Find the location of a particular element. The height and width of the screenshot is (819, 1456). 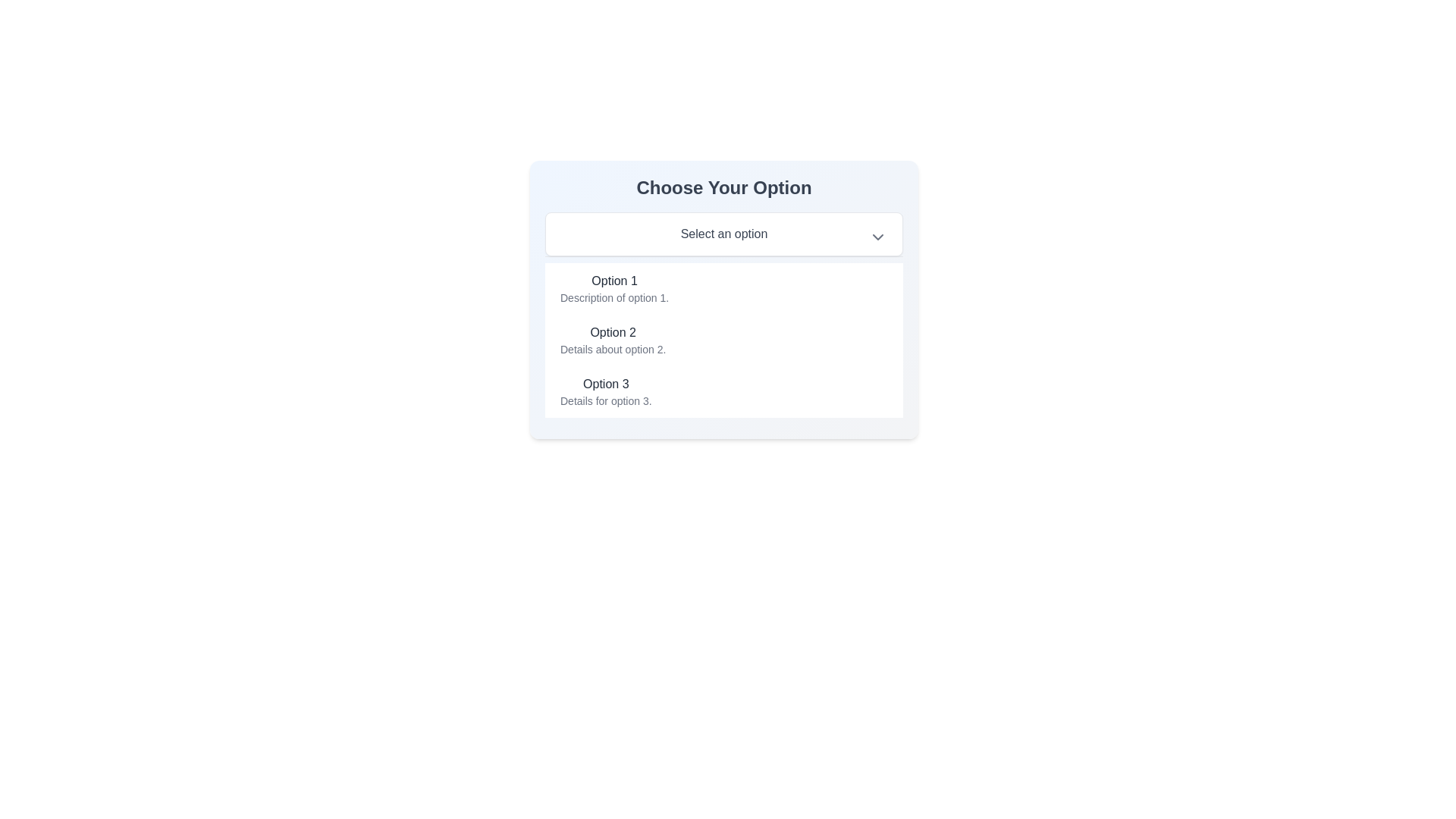

the third option in the 'Choose Your Option' dropdown menu for interaction is located at coordinates (605, 391).